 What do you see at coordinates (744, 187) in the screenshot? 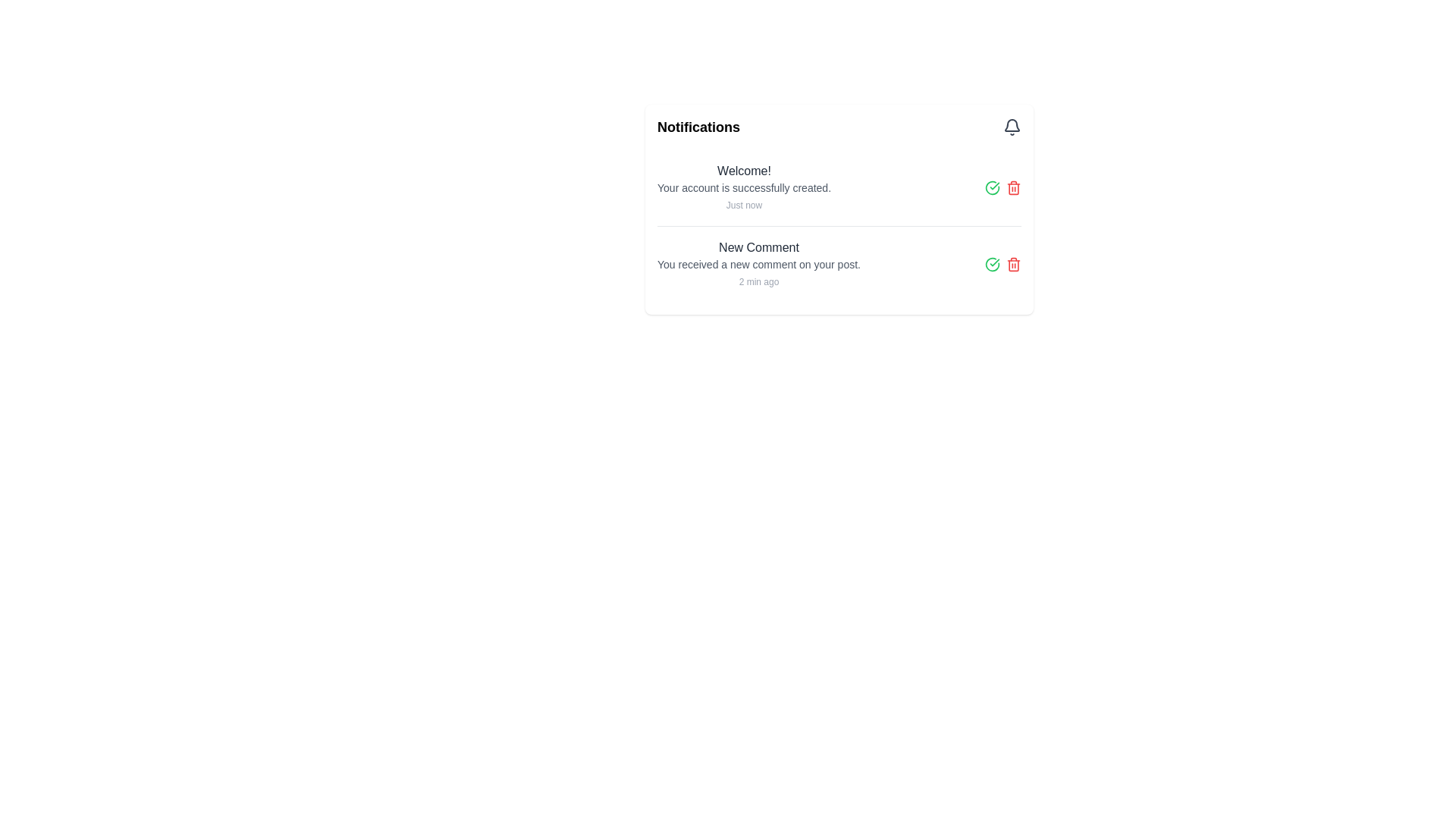
I see `the notification Text Block that displays information about the successful creation of a user account and provides a timestamp` at bounding box center [744, 187].